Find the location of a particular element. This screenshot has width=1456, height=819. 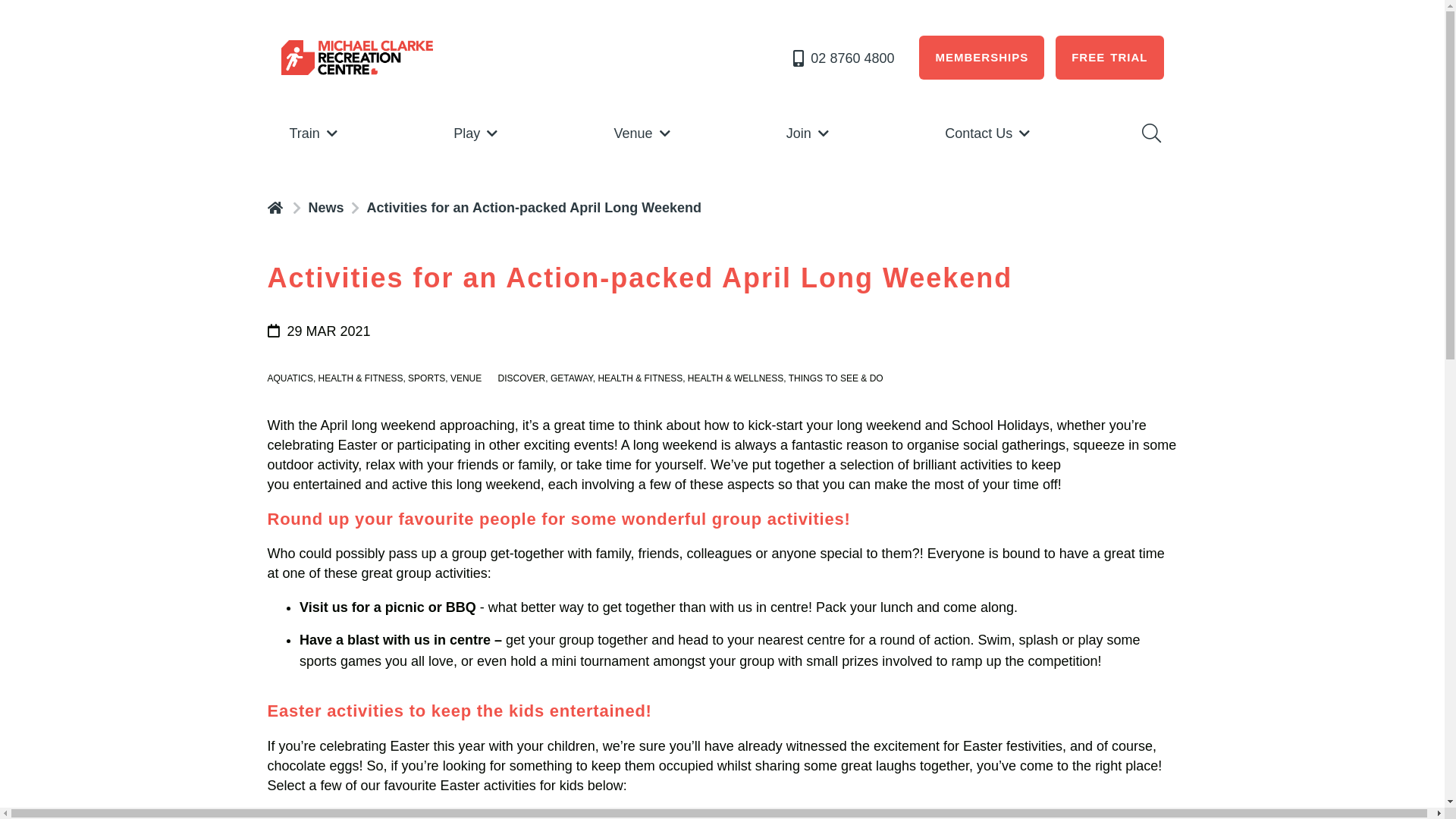

'FREE TRIAL' is located at coordinates (1109, 57).